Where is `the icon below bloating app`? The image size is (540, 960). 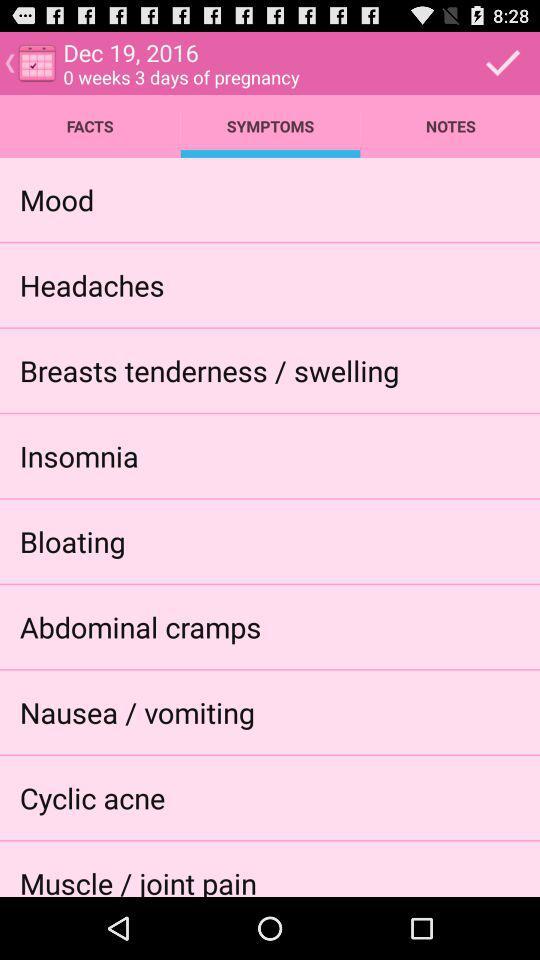 the icon below bloating app is located at coordinates (139, 625).